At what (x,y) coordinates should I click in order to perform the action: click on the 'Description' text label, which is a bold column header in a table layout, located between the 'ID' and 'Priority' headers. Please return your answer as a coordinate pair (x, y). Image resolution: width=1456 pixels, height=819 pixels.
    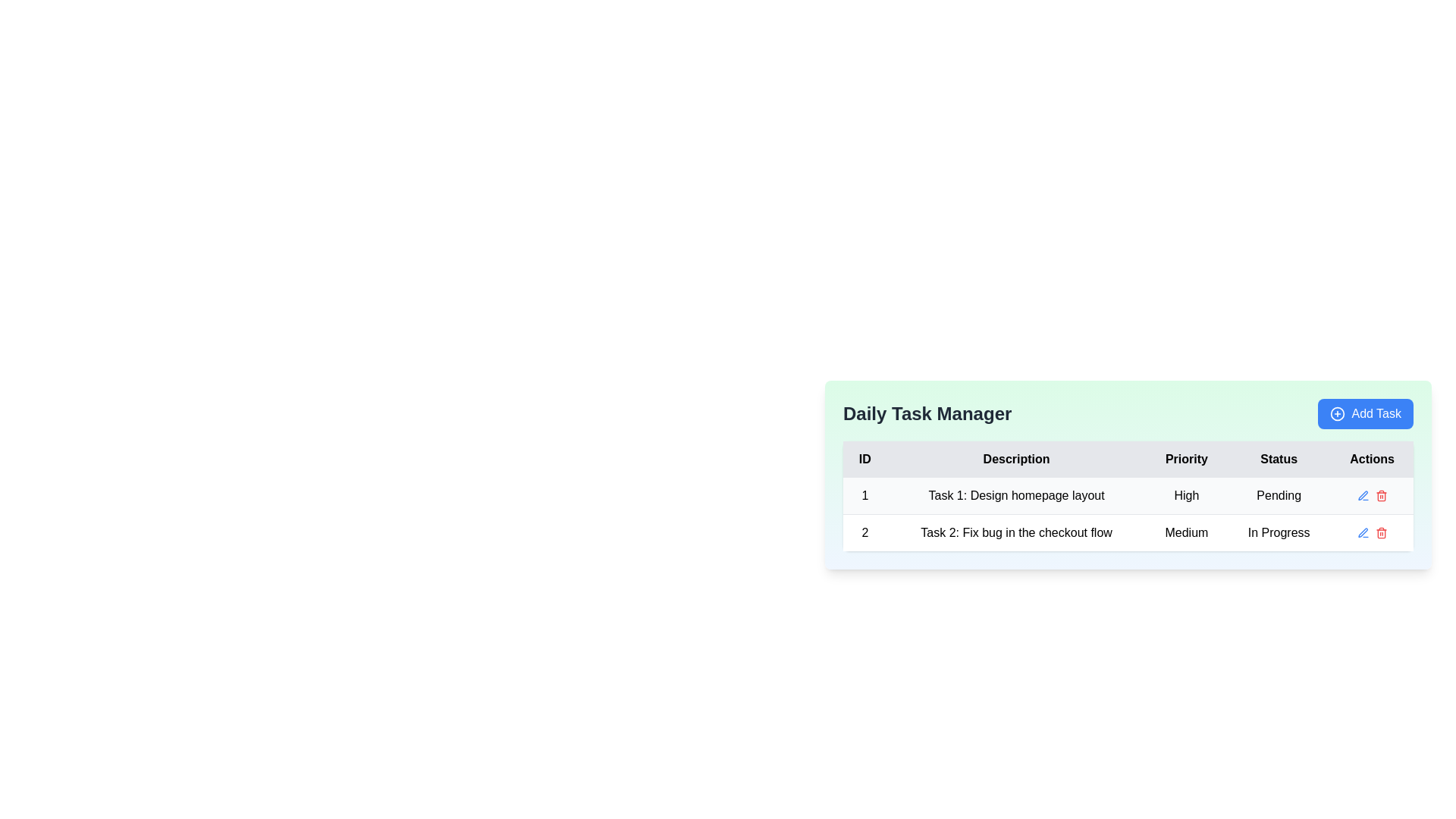
    Looking at the image, I should click on (1016, 458).